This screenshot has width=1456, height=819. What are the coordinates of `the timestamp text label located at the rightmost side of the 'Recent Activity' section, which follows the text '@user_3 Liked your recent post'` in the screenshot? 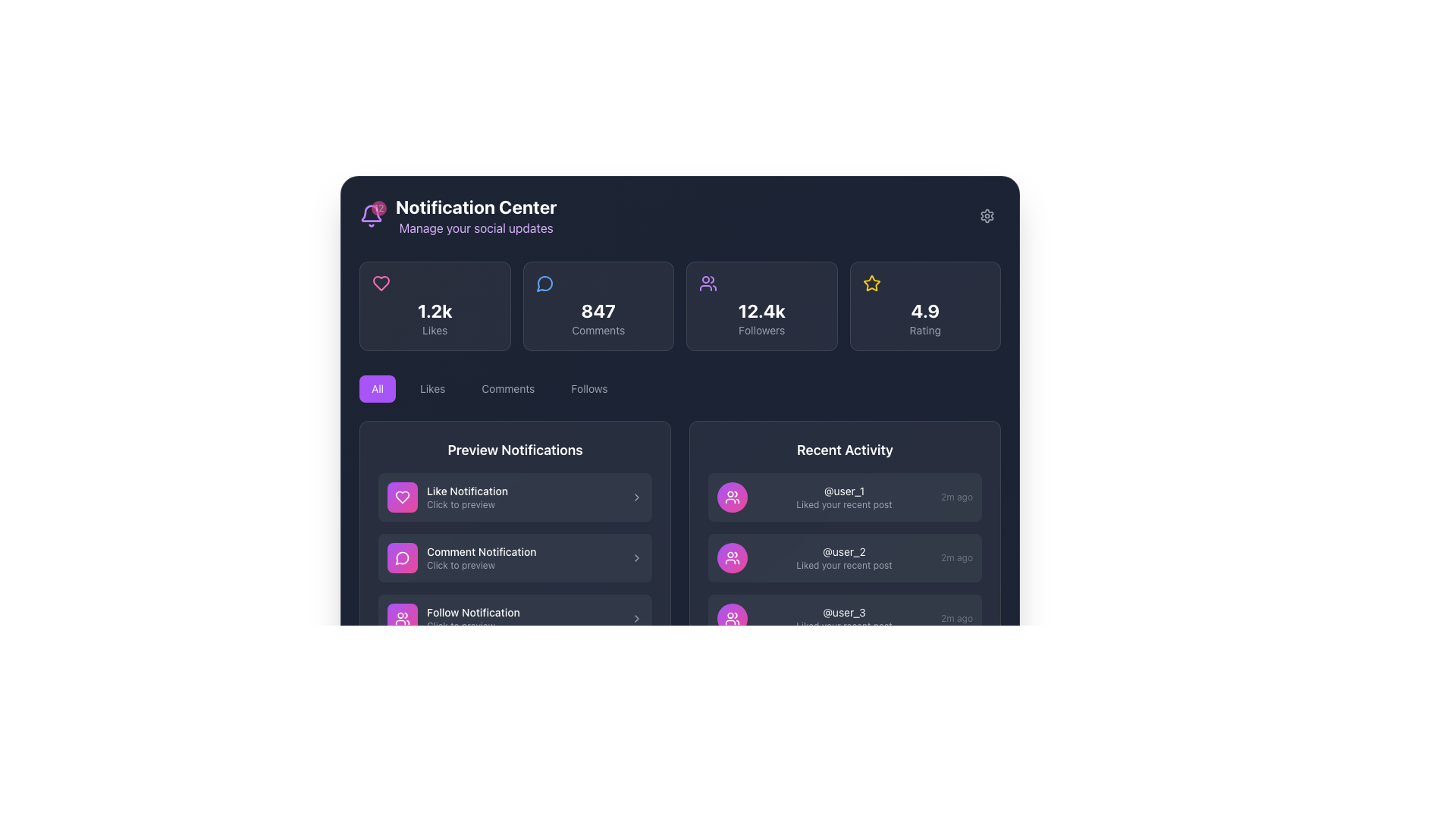 It's located at (956, 619).